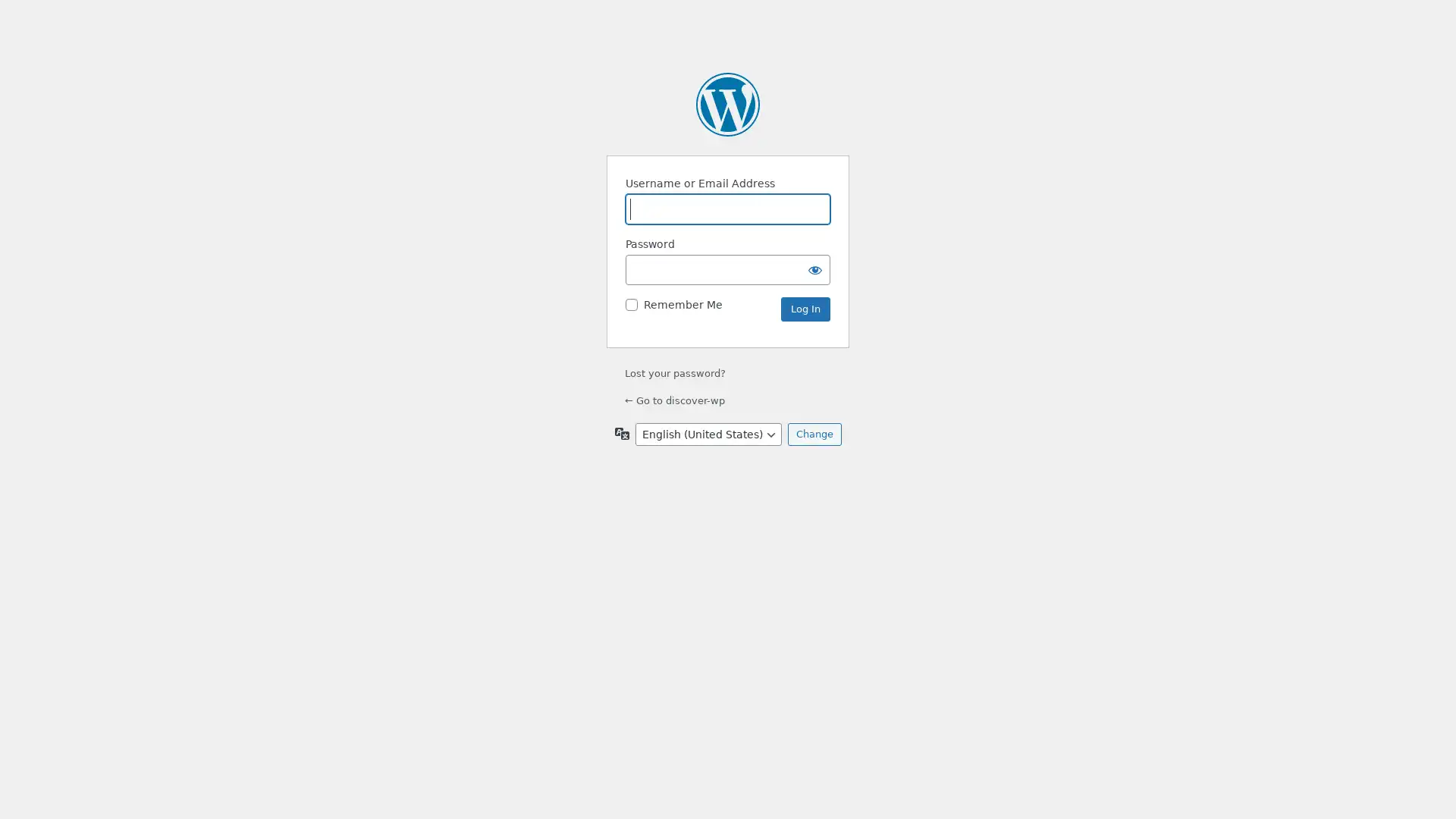 The image size is (1456, 819). Describe the element at coordinates (814, 268) in the screenshot. I see `Show password` at that location.